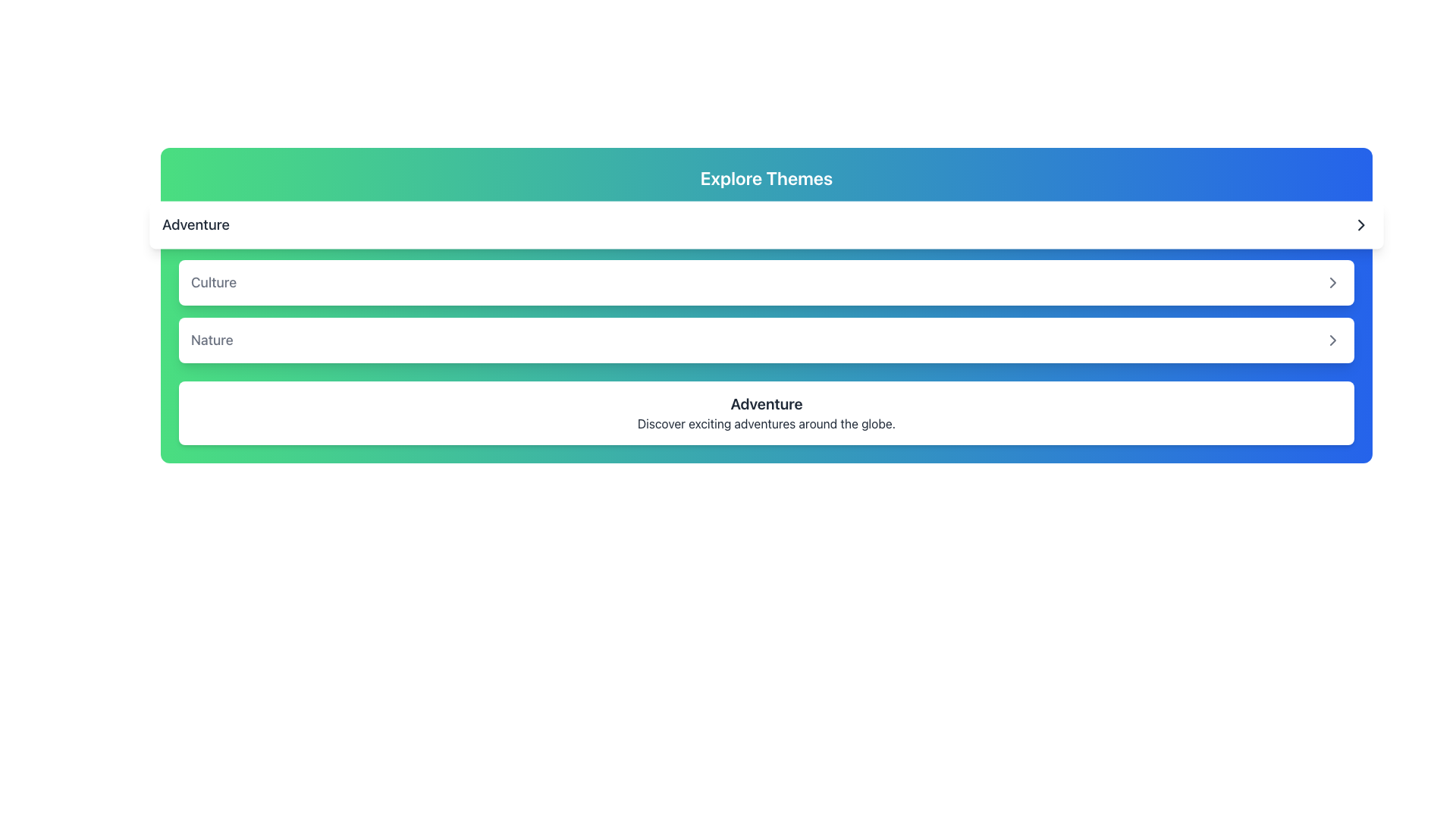 This screenshot has width=1456, height=819. I want to click on the right-facing chevron arrow icon positioned at the far-right of the 'Adventure' white bar, so click(1361, 225).